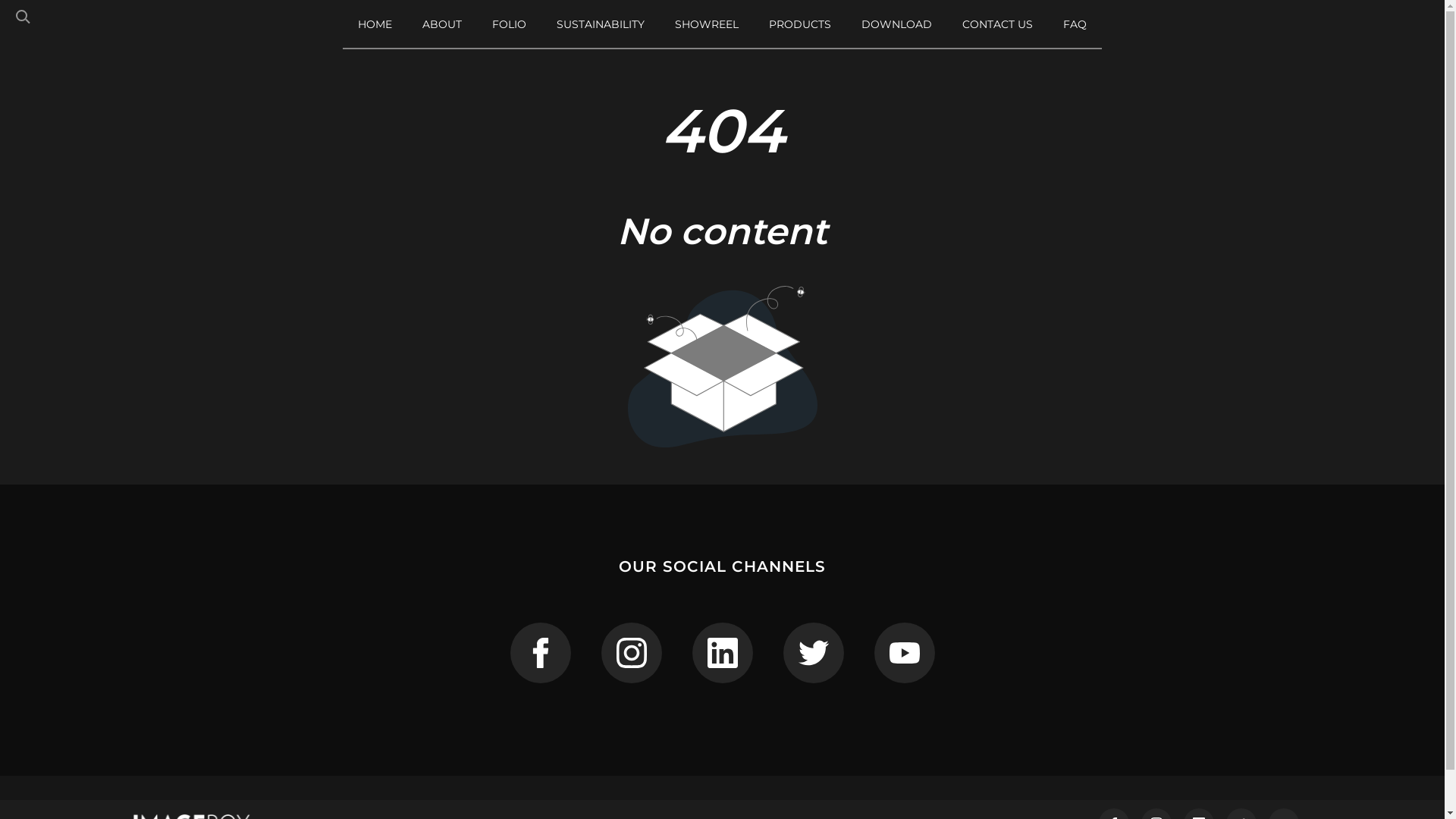  Describe the element at coordinates (509, 24) in the screenshot. I see `'FOLIO'` at that location.